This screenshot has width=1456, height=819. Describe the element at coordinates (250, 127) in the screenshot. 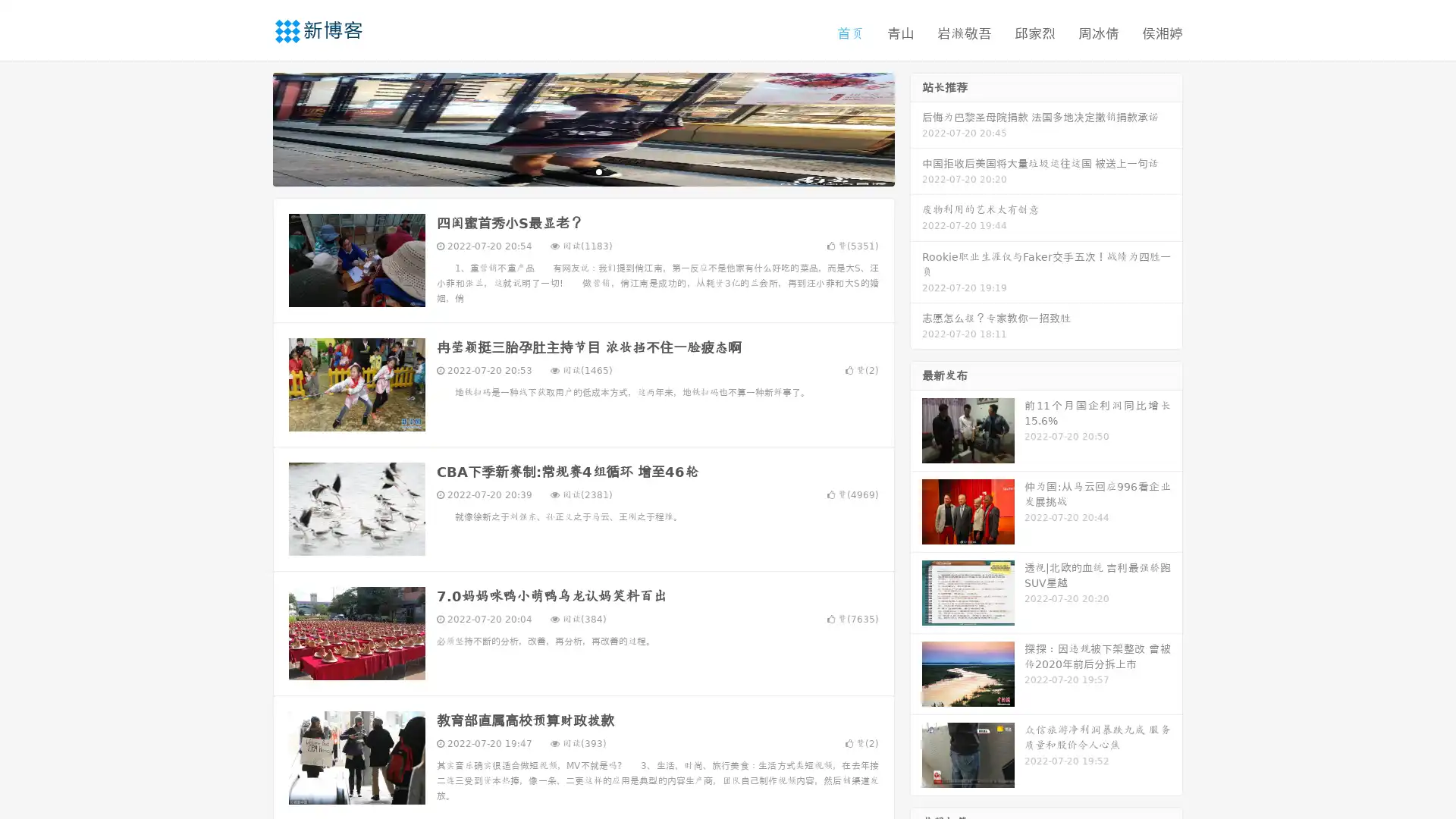

I see `Previous slide` at that location.